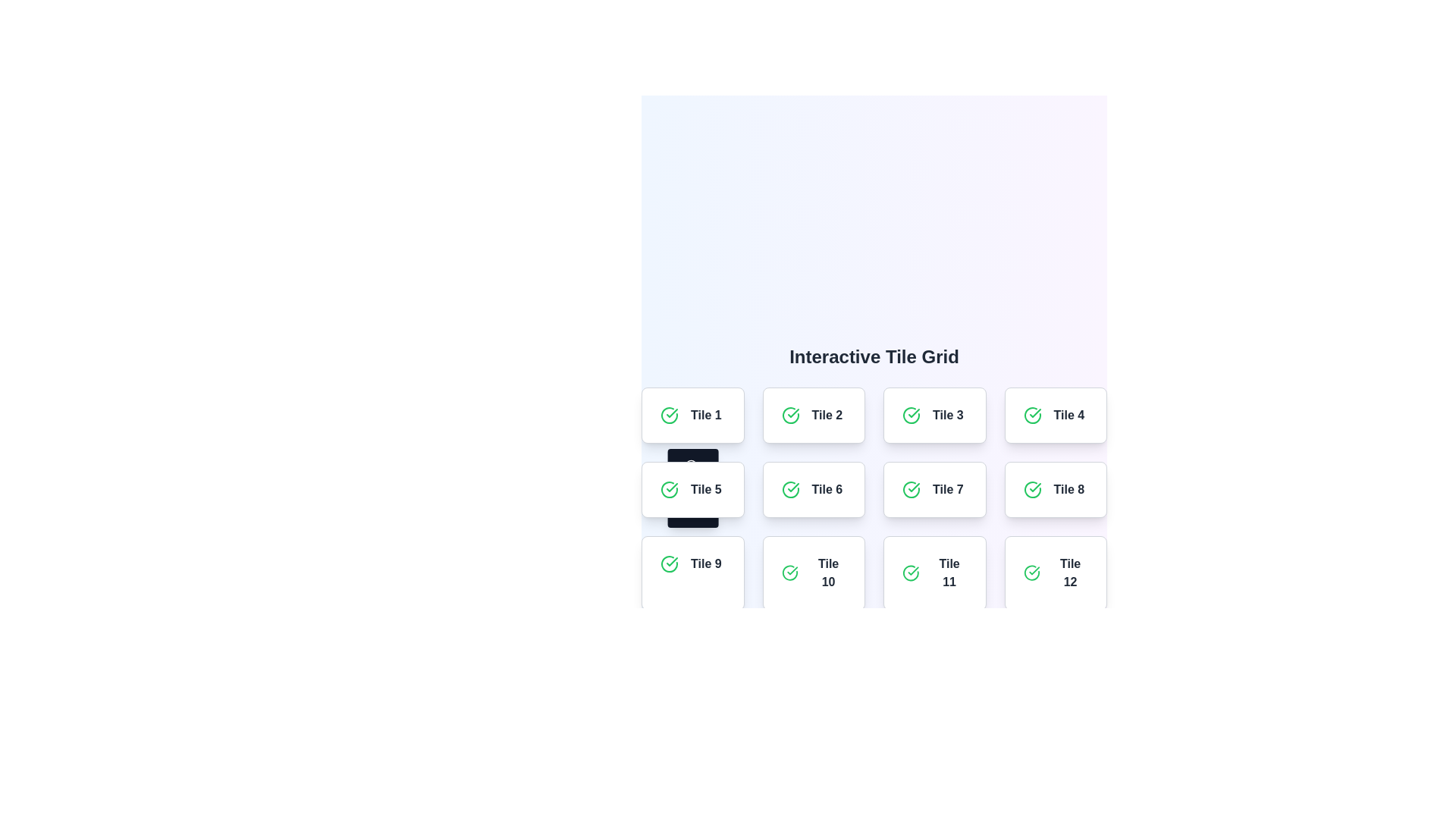 Image resolution: width=1456 pixels, height=819 pixels. What do you see at coordinates (934, 415) in the screenshot?
I see `the 'Tile 3' element, which is a block layout component with a green check icon and bold black text` at bounding box center [934, 415].